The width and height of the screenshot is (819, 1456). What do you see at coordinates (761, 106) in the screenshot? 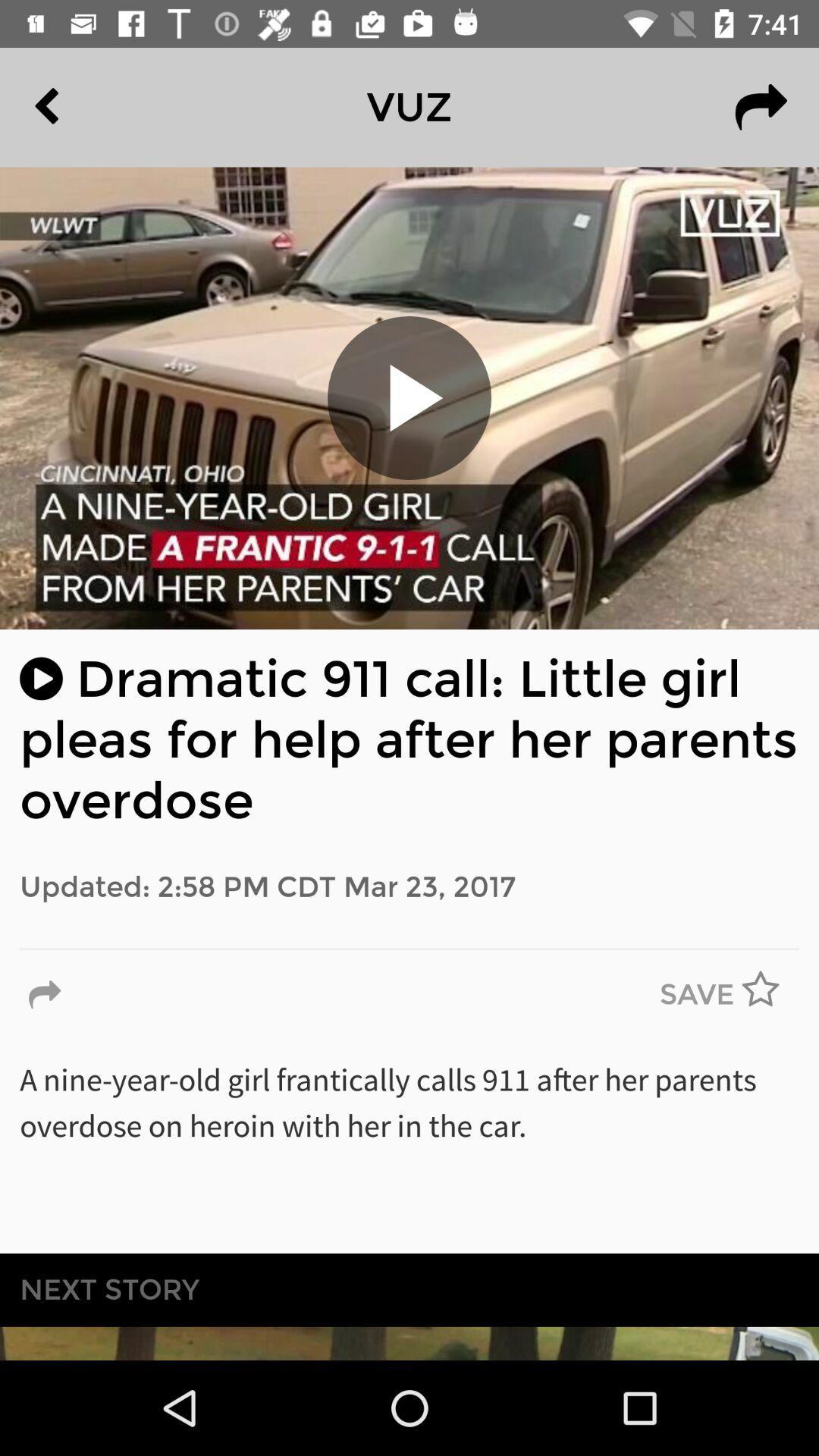
I see `the icon to the right of vuz` at bounding box center [761, 106].